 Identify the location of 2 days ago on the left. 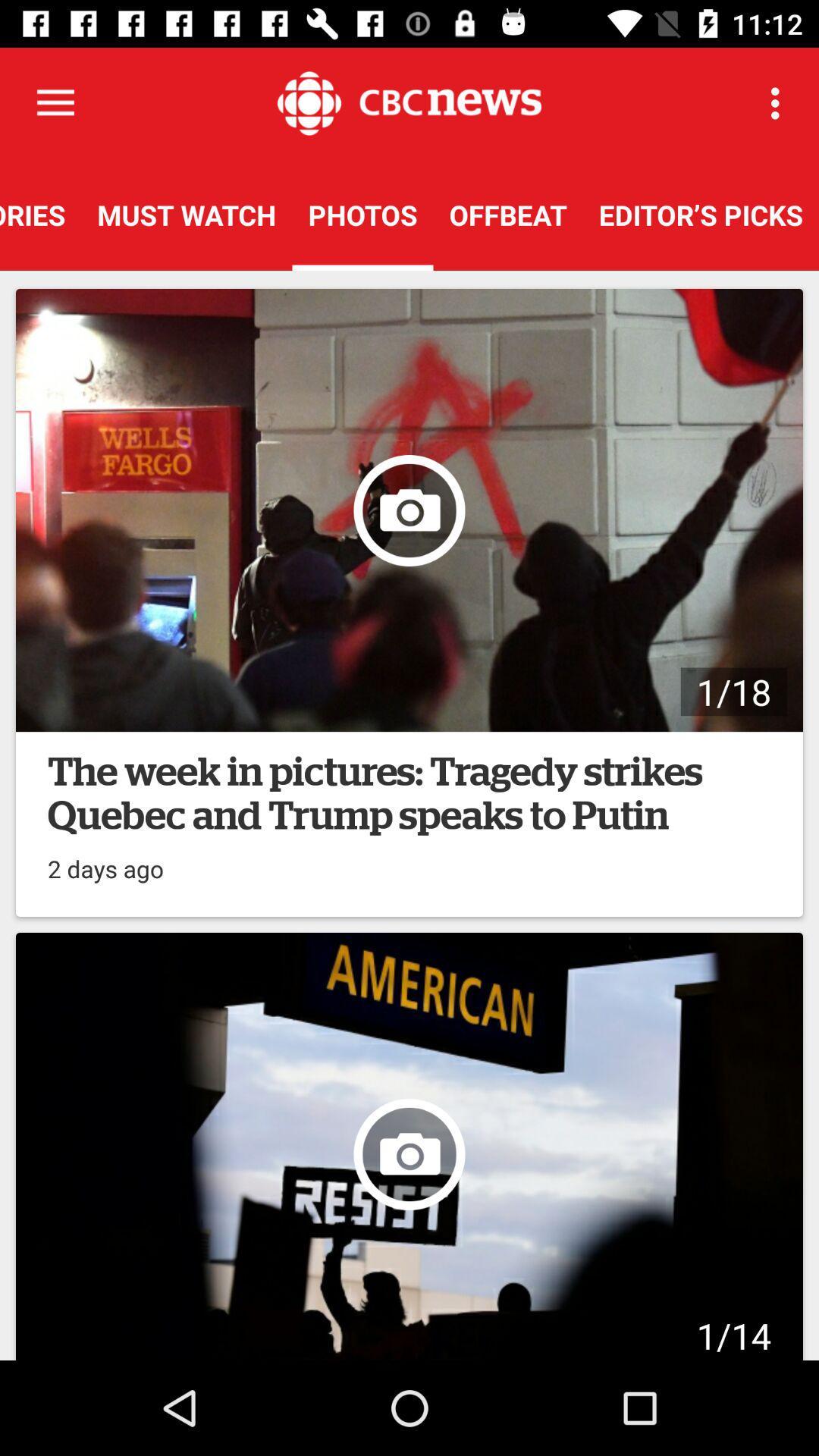
(105, 861).